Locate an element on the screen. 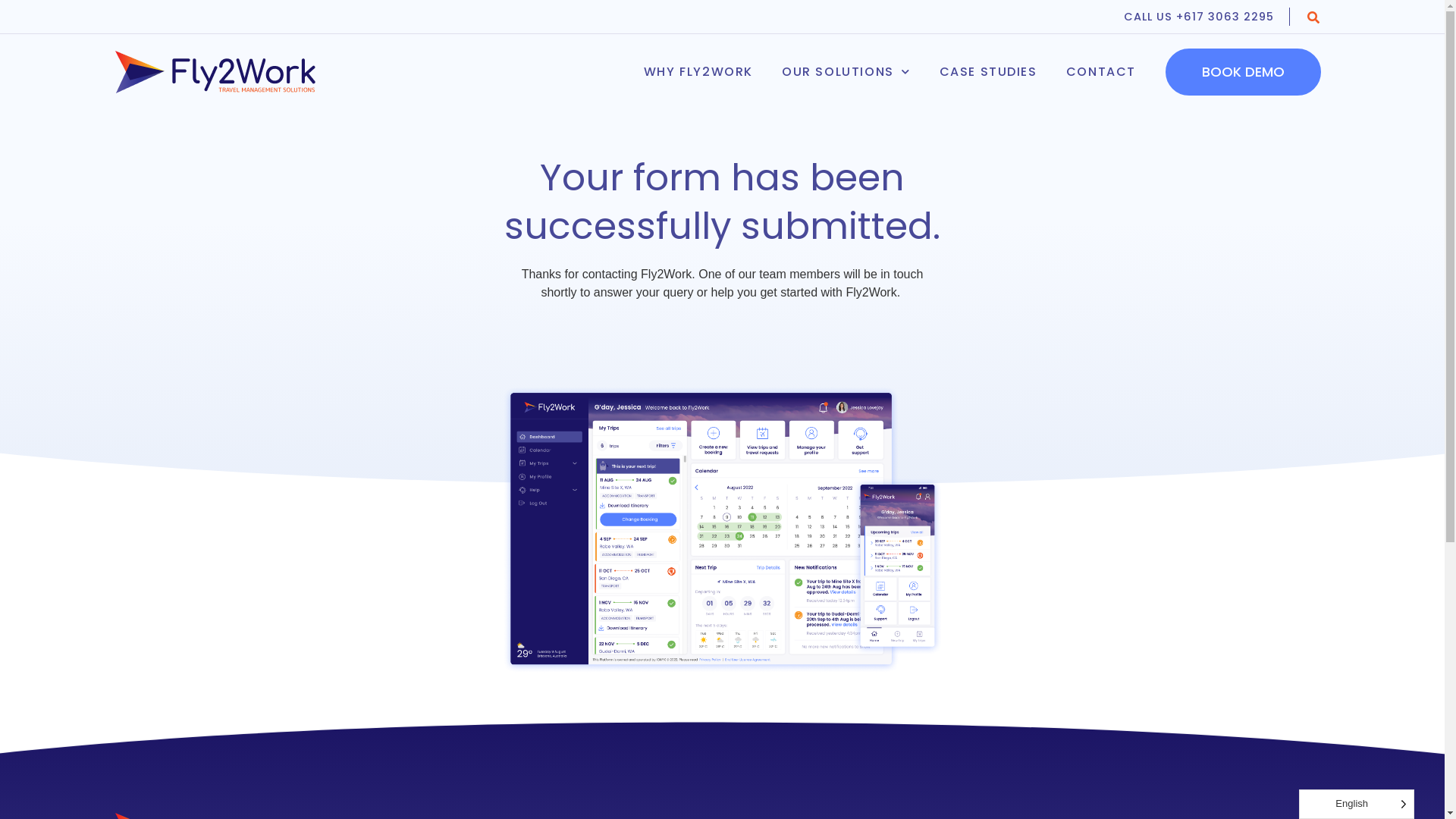 The width and height of the screenshot is (1456, 819). 'BOOK DEMO' is located at coordinates (1243, 72).